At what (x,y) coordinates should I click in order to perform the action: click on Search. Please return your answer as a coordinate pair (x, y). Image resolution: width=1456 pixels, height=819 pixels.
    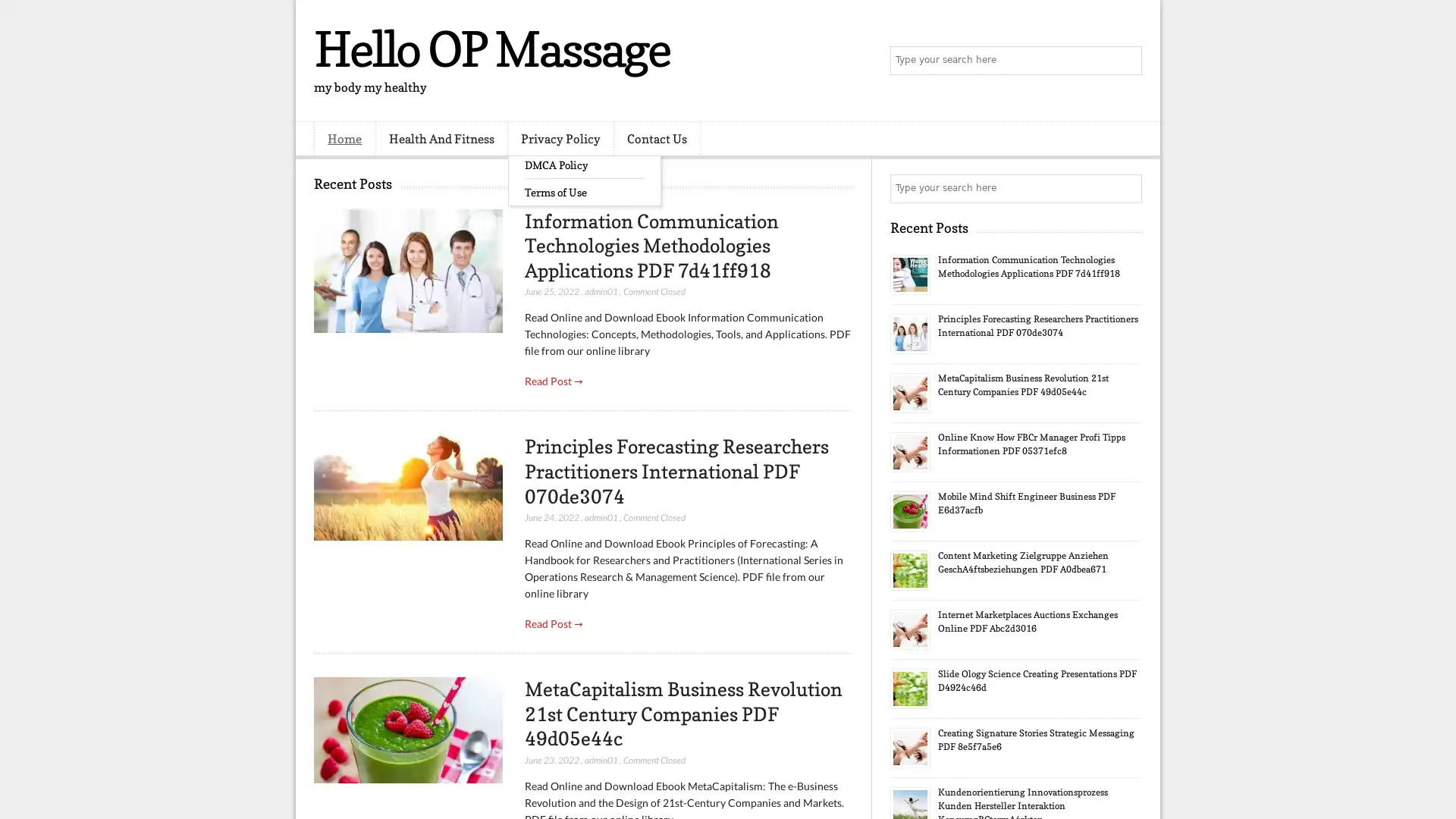
    Looking at the image, I should click on (1126, 61).